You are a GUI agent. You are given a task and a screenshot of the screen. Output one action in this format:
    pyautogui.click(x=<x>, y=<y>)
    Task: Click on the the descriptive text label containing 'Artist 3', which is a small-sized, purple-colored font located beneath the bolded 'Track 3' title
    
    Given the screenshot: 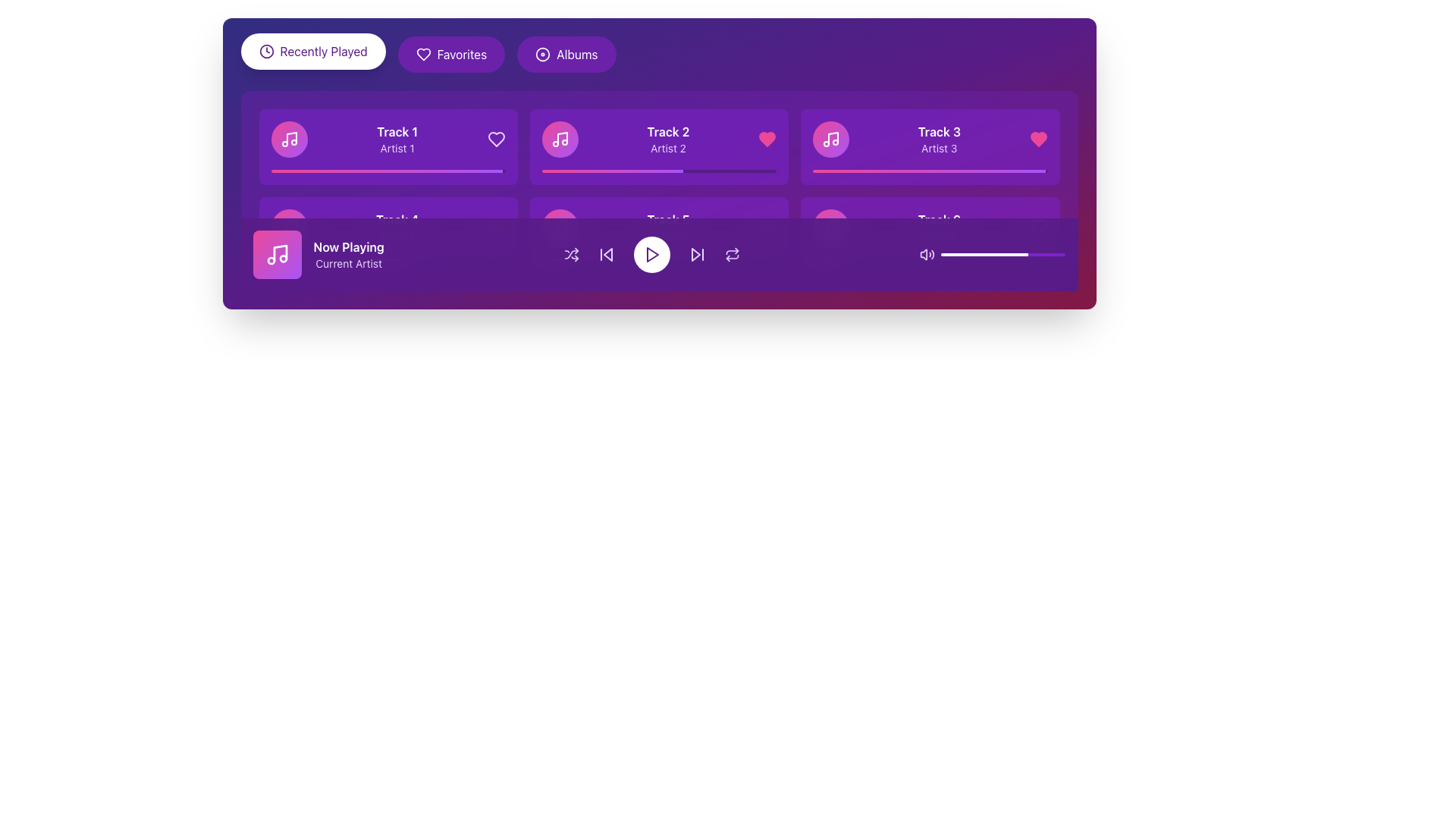 What is the action you would take?
    pyautogui.click(x=938, y=149)
    